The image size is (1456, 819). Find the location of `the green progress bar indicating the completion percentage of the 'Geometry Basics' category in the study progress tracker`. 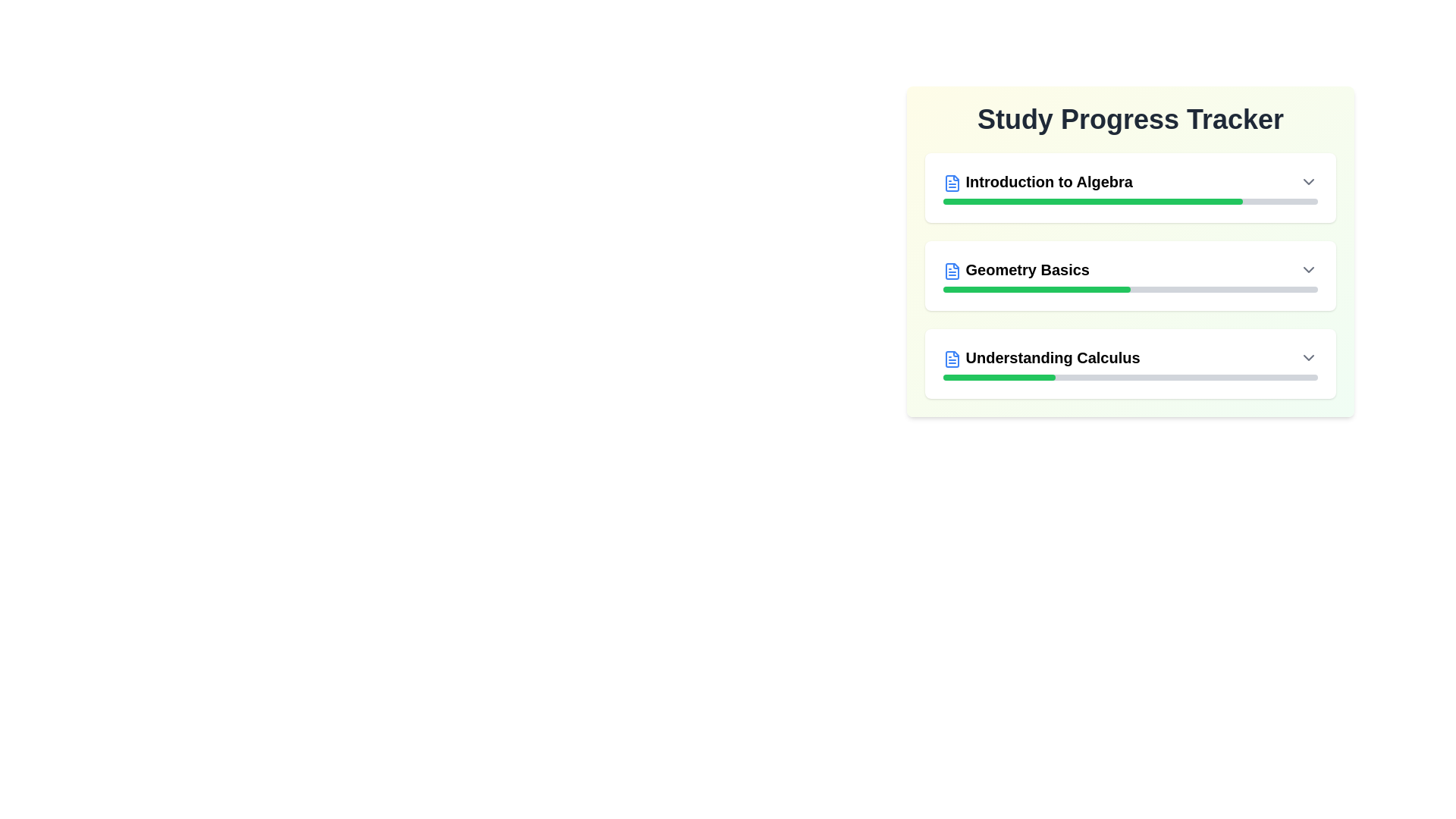

the green progress bar indicating the completion percentage of the 'Geometry Basics' category in the study progress tracker is located at coordinates (1093, 201).